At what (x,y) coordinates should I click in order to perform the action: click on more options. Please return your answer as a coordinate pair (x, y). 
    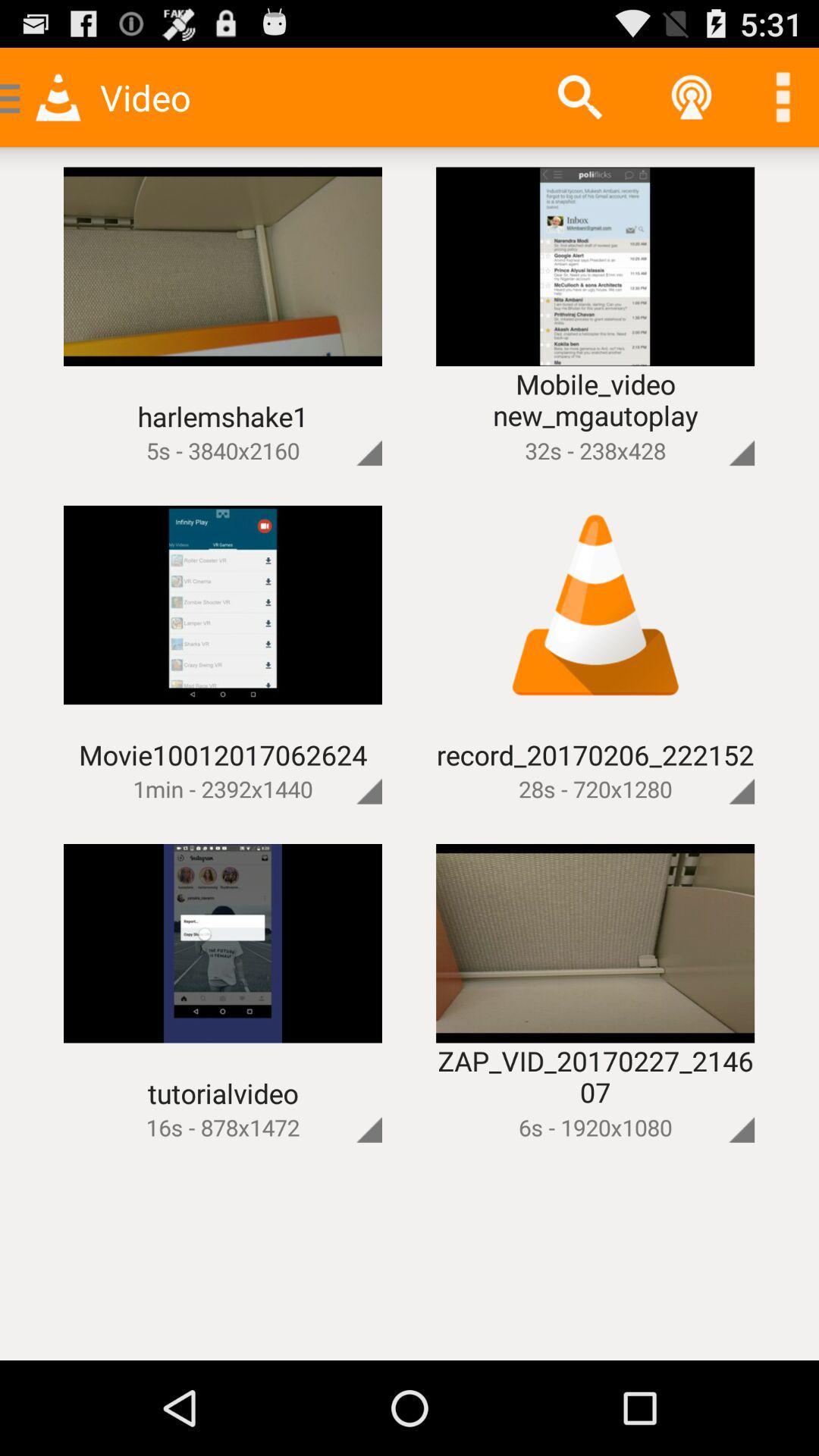
    Looking at the image, I should click on (783, 96).